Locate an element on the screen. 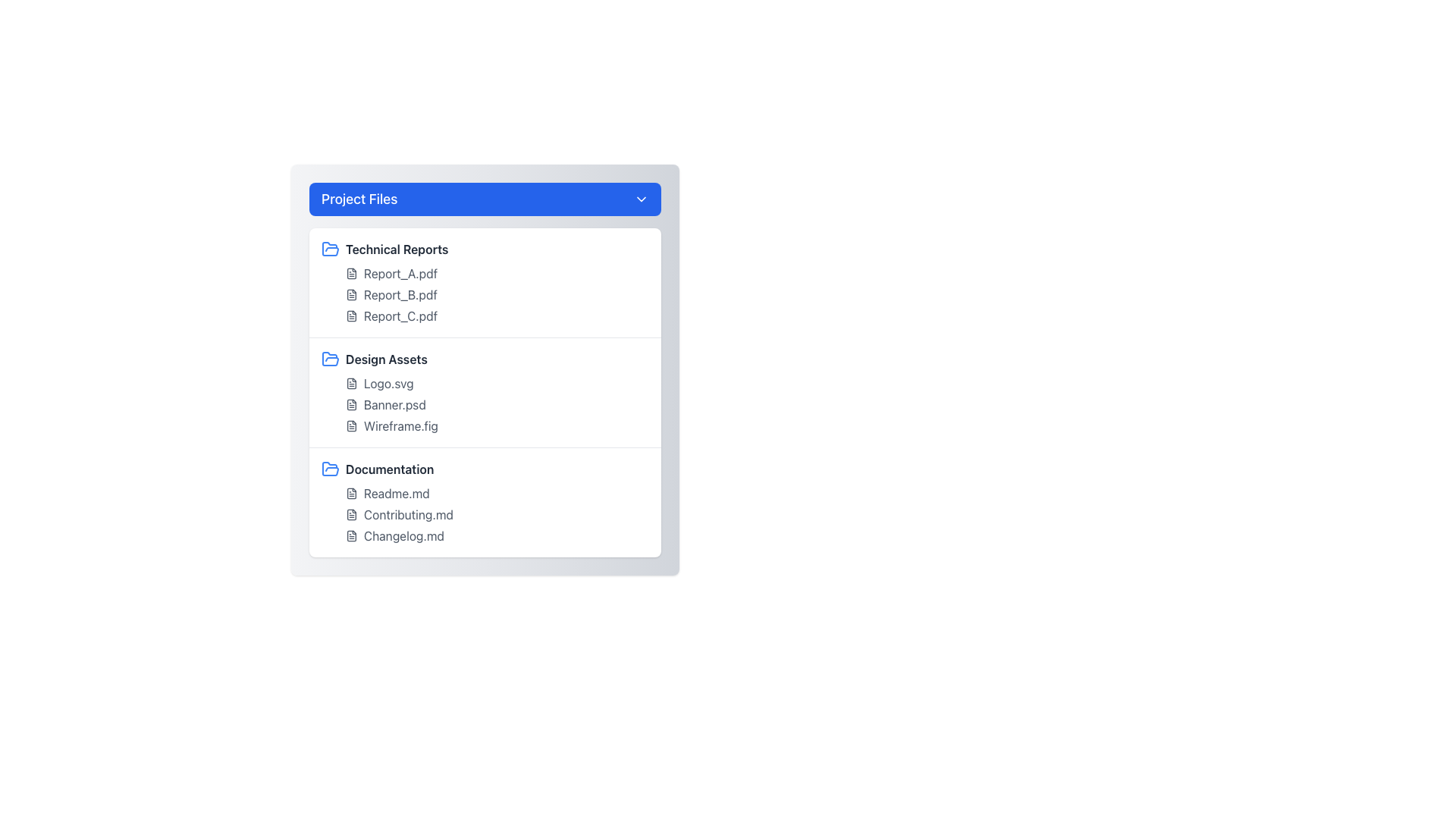  the blue outlined open folder icon that precedes the 'Technical Reports' text, which is part of a list of resources in a card-like interface is located at coordinates (330, 468).